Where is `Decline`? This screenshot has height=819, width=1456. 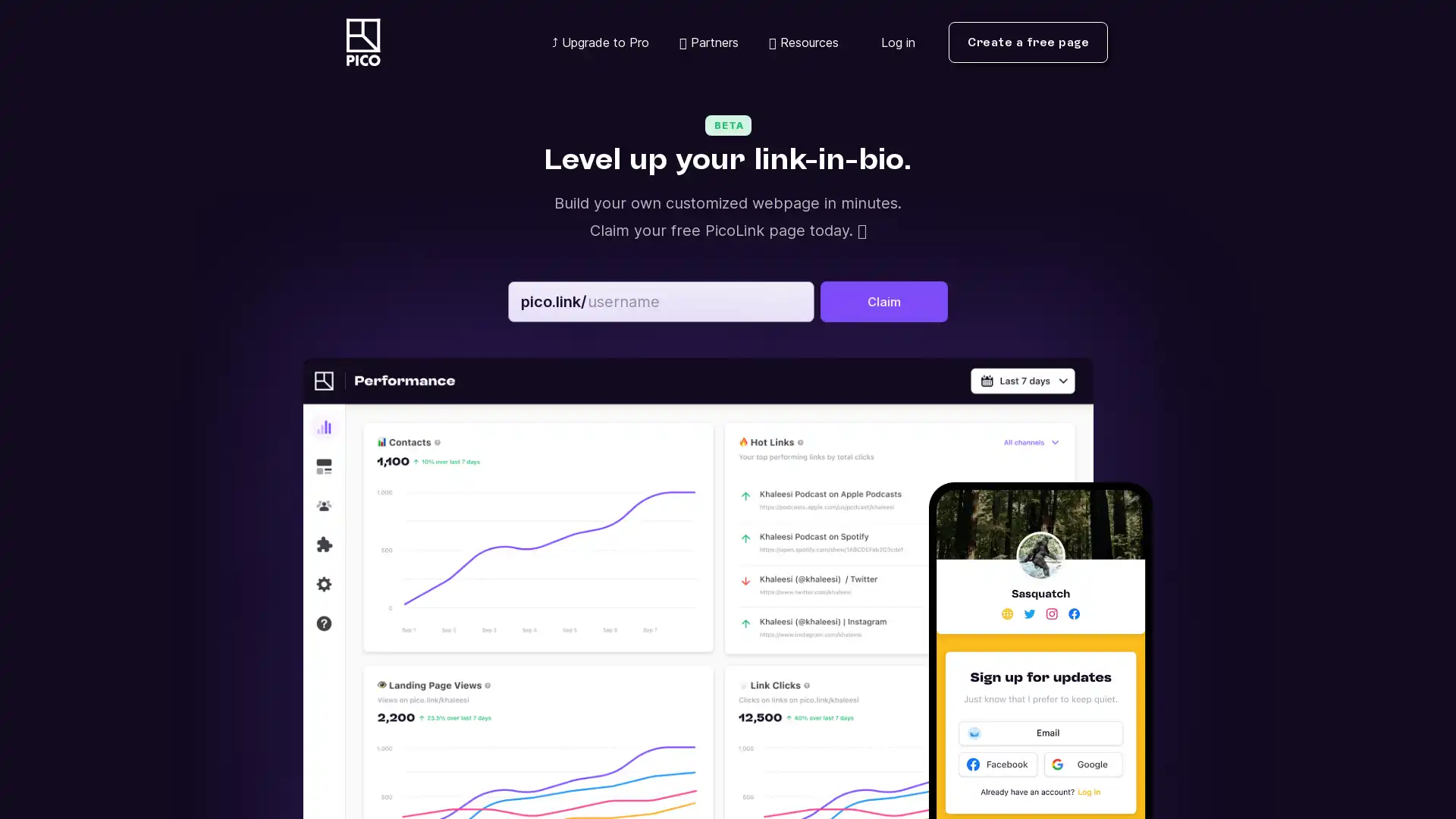 Decline is located at coordinates (1153, 748).